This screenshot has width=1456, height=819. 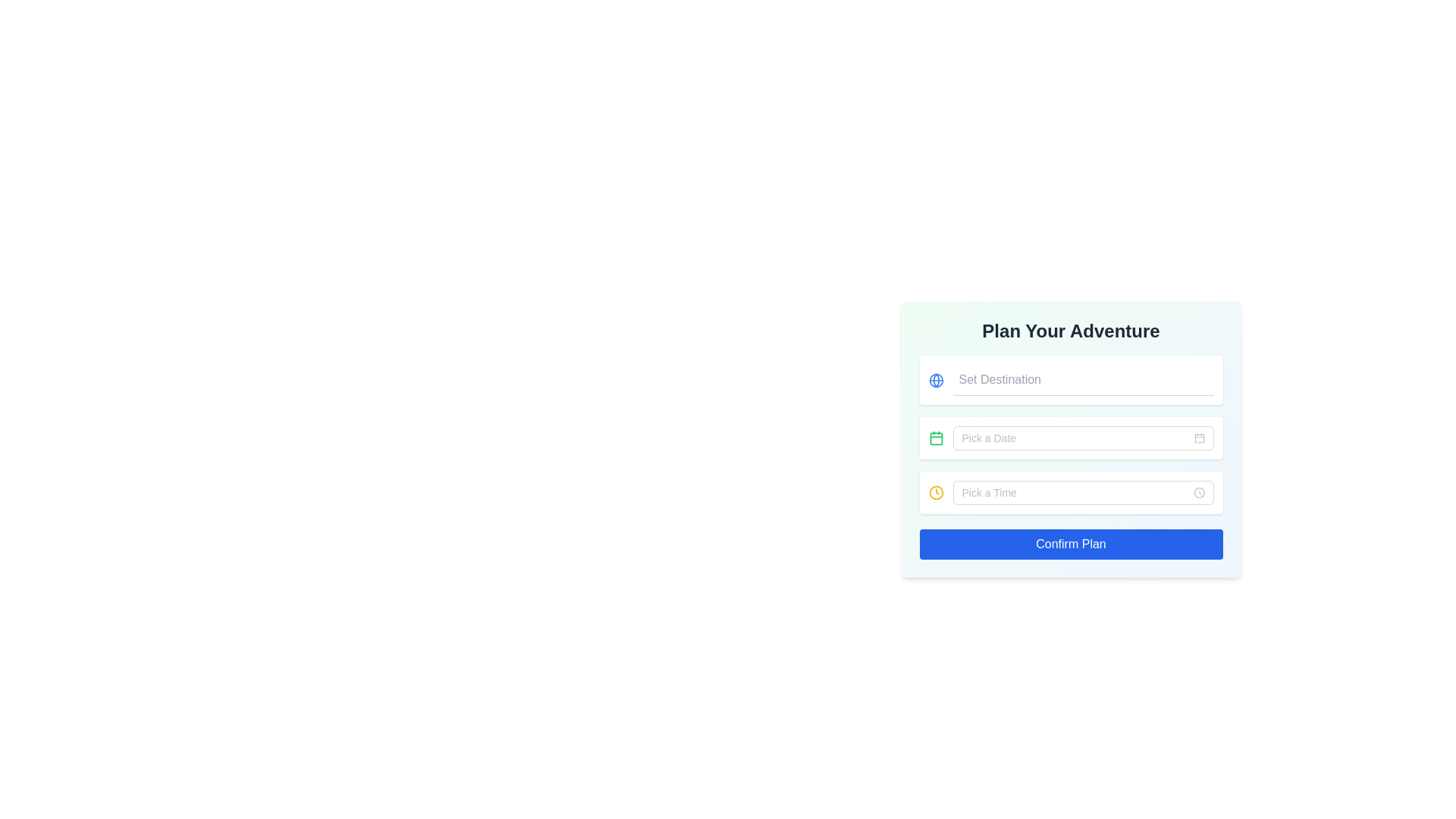 I want to click on the calendar icon with a green outline located to the left of the 'Pick a Date' text field in the 'Plan Your Adventure' panel, so click(x=935, y=438).